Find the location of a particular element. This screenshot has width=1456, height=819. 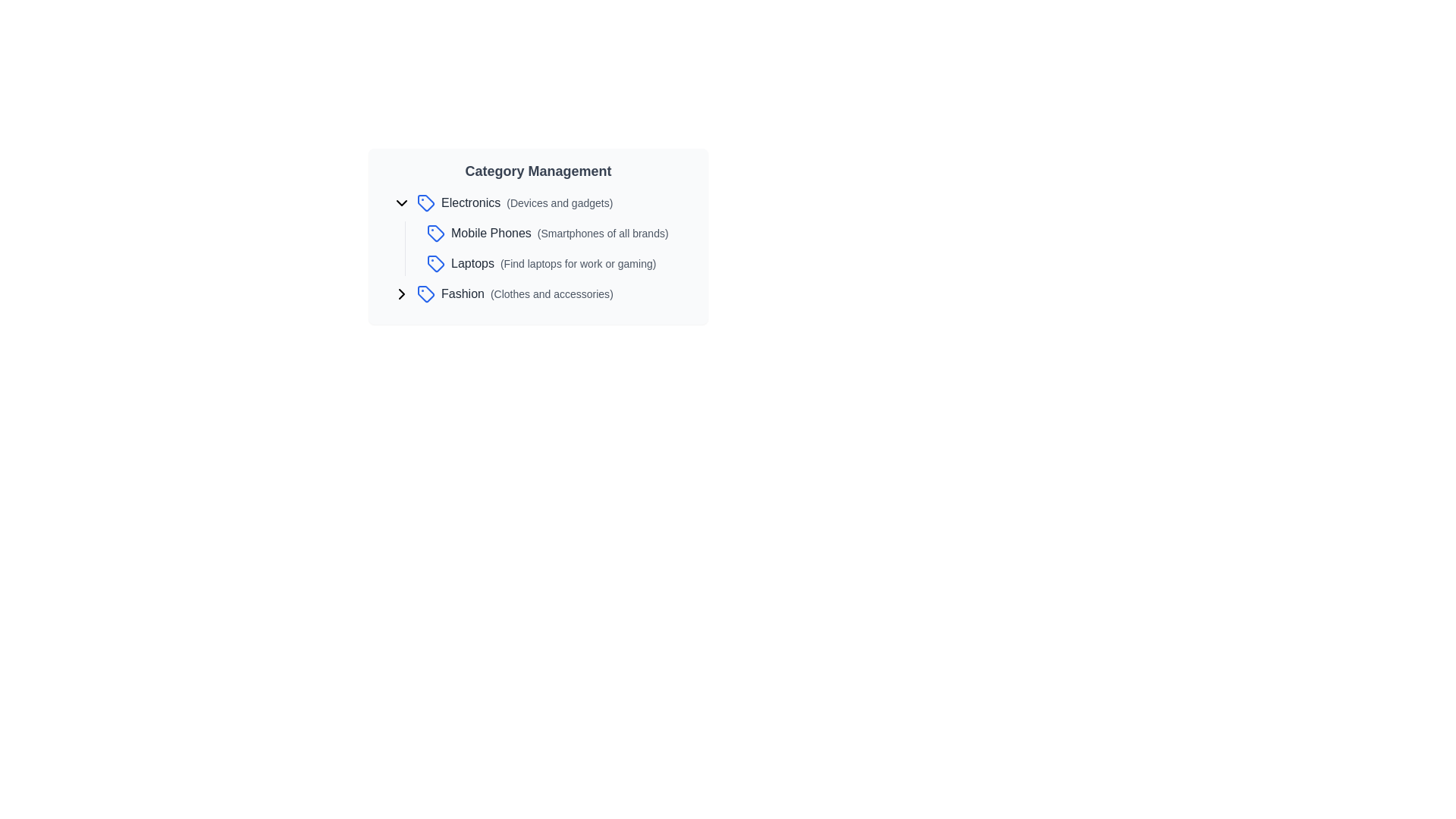

the Text Label that categorizes electronic devices and gadgets, positioned under the 'Category Management' header as the first item in the list is located at coordinates (527, 202).